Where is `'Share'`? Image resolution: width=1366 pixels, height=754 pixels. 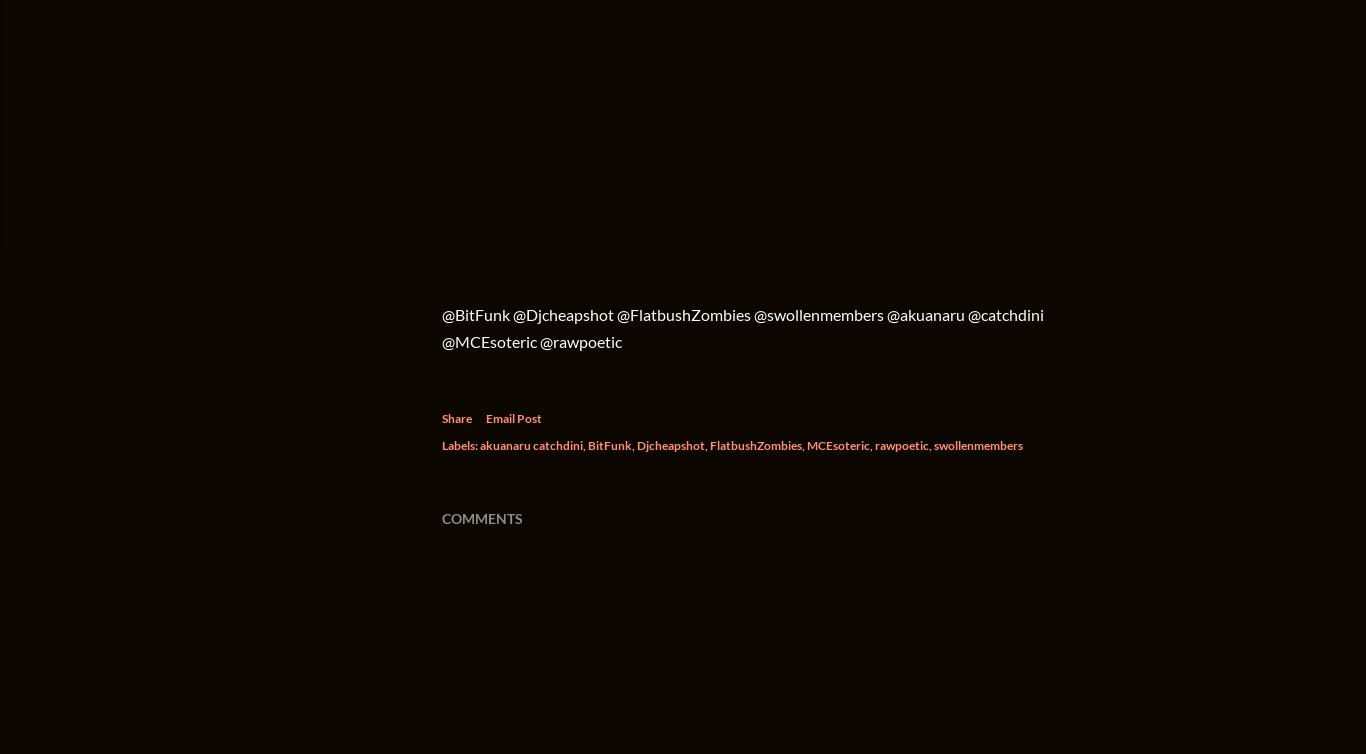 'Share' is located at coordinates (457, 417).